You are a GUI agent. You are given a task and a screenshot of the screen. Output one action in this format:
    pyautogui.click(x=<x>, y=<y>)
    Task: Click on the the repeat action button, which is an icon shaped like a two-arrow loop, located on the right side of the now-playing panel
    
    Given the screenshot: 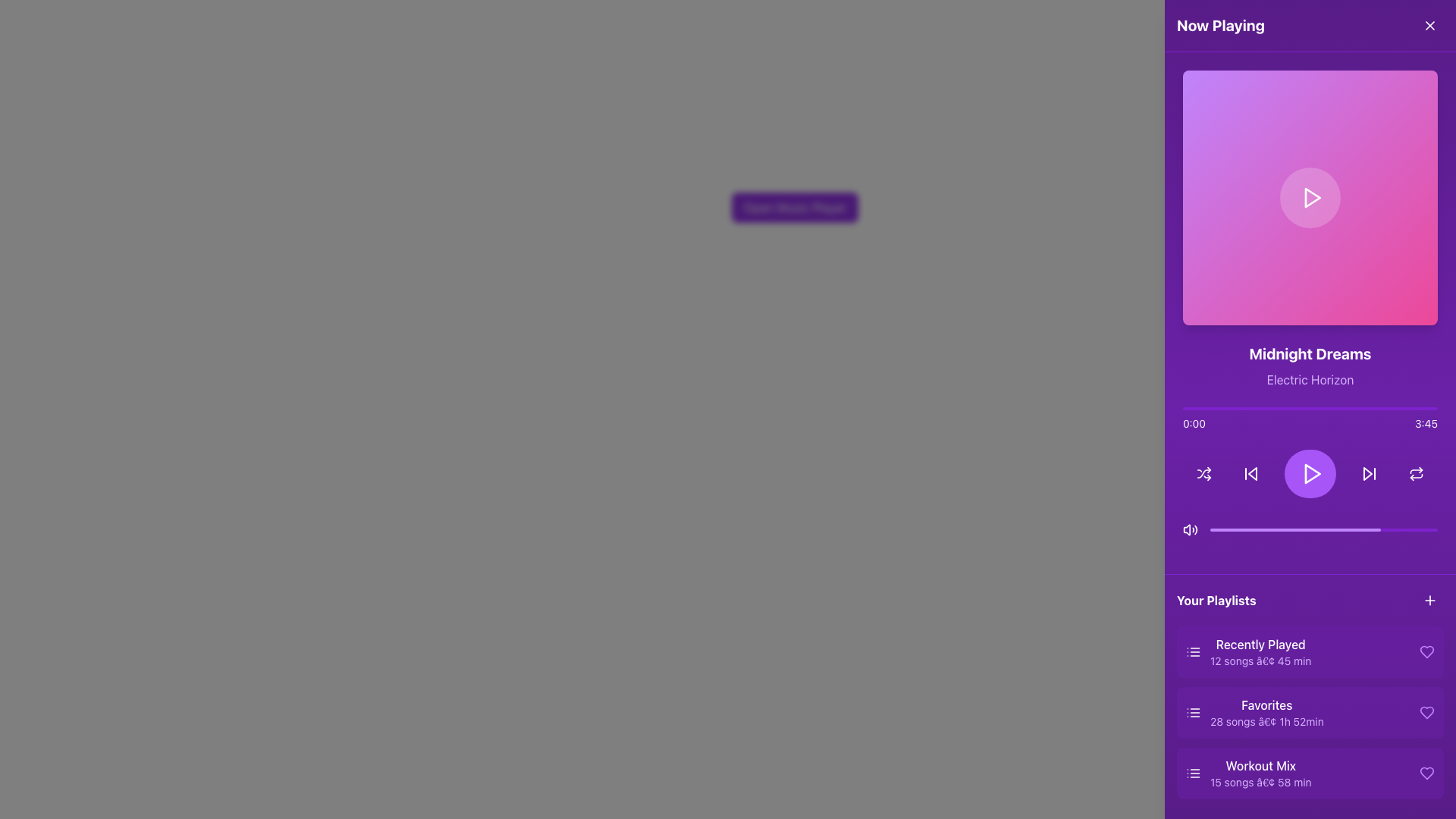 What is the action you would take?
    pyautogui.click(x=1415, y=472)
    